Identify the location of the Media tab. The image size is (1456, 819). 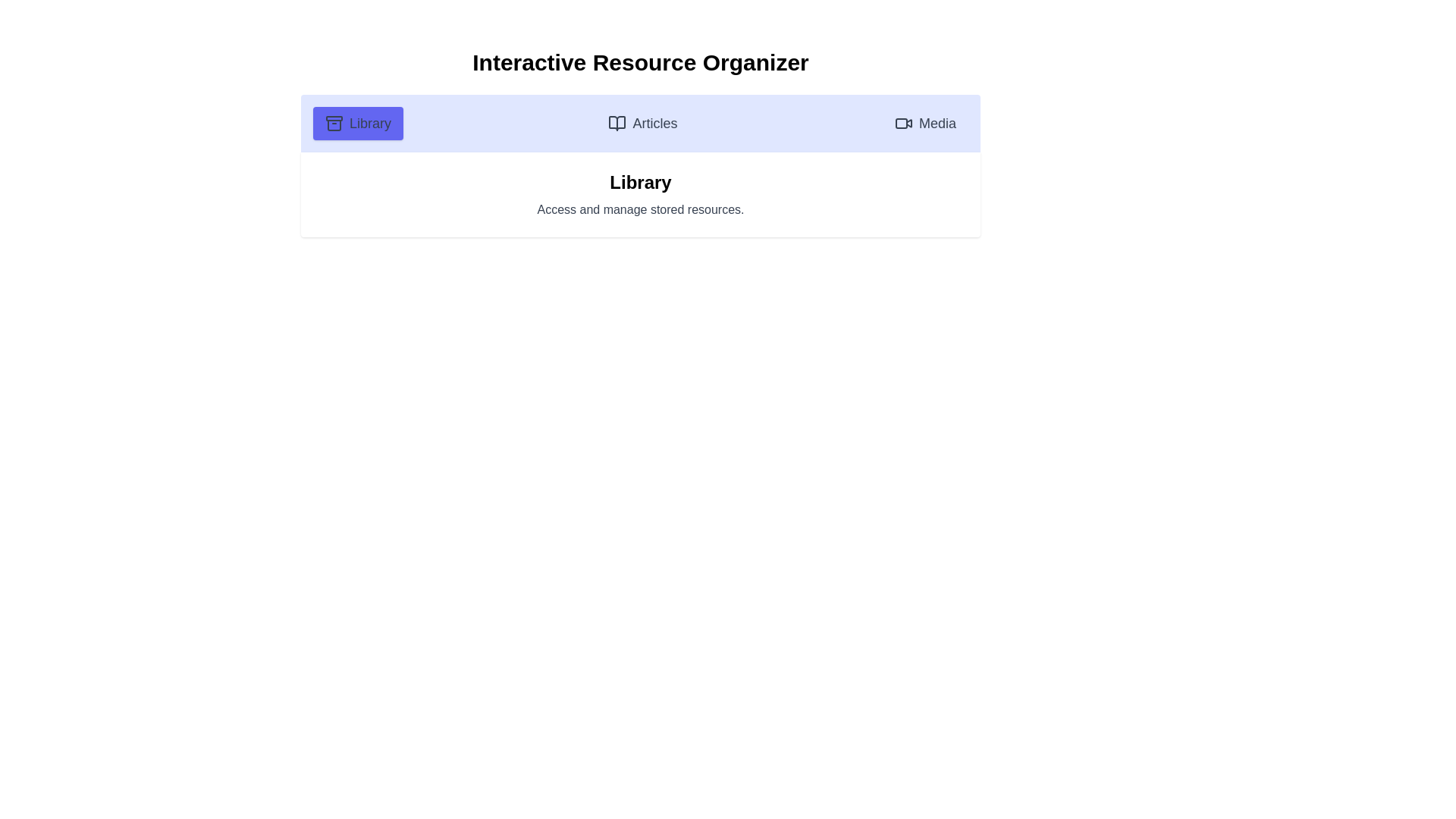
(924, 122).